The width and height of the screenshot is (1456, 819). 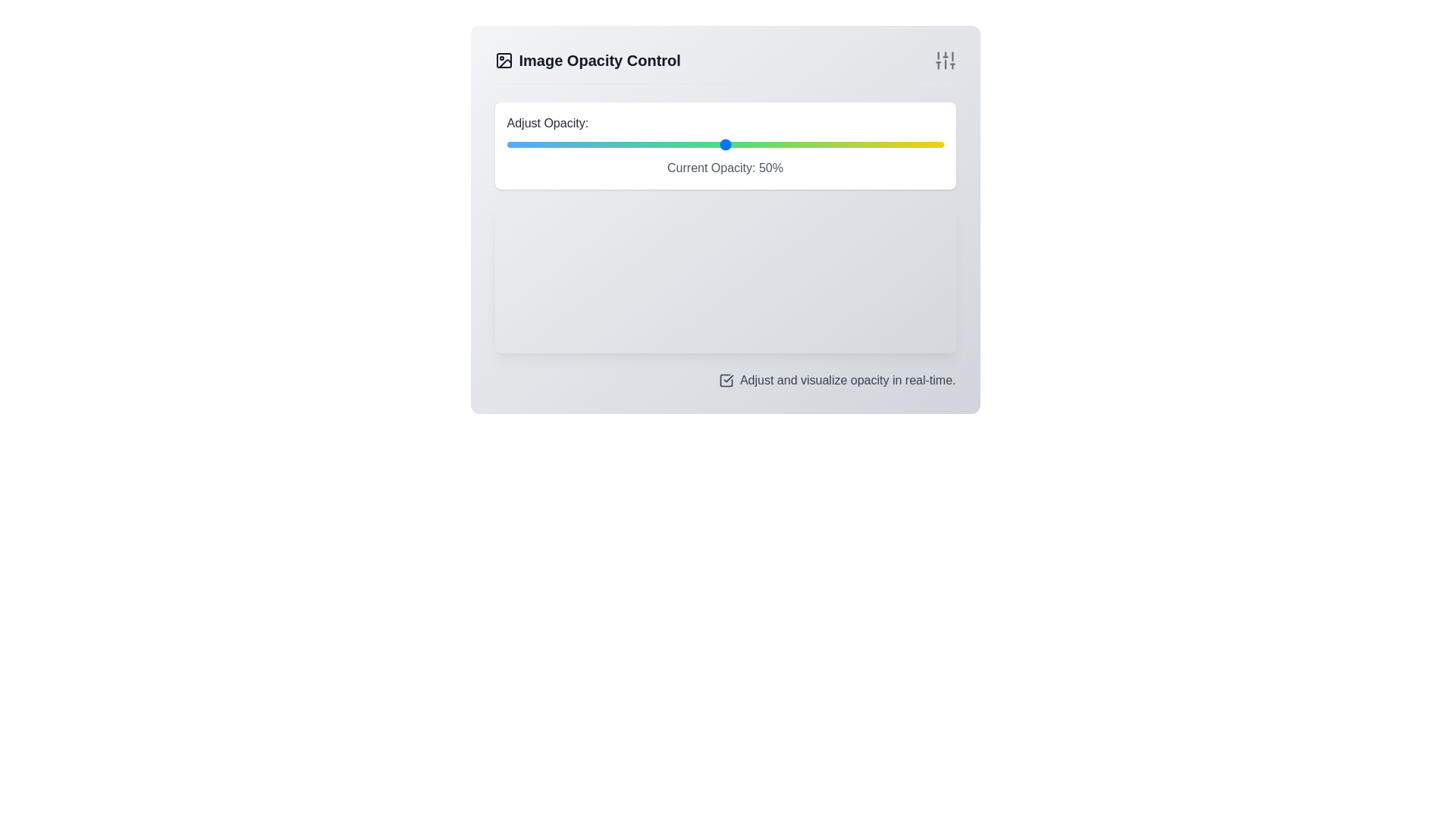 I want to click on the opacity value, so click(x=838, y=145).